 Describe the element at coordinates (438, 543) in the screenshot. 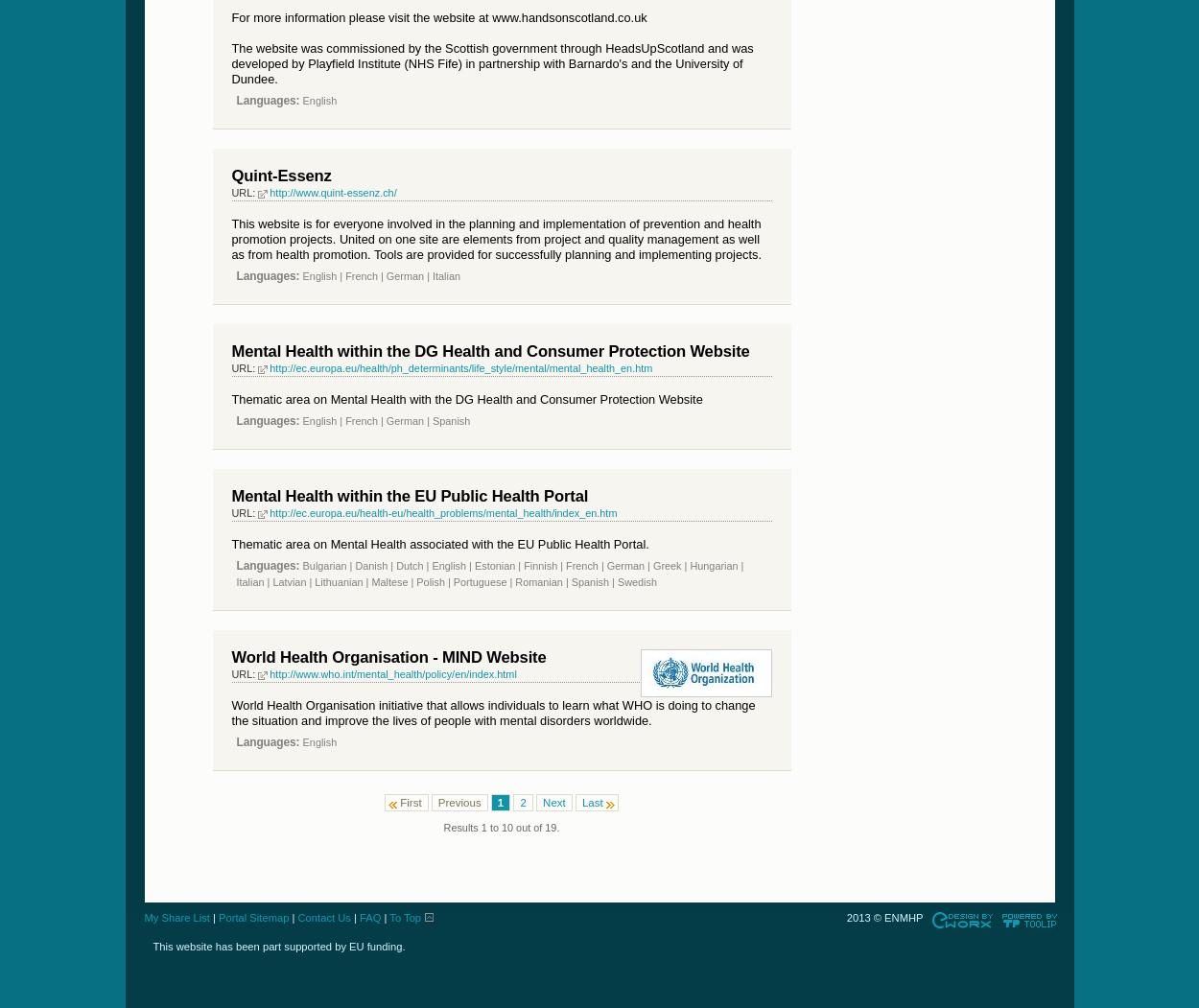

I see `'Thematic area on Mental Health associated with the EU Public Health Portal.'` at that location.